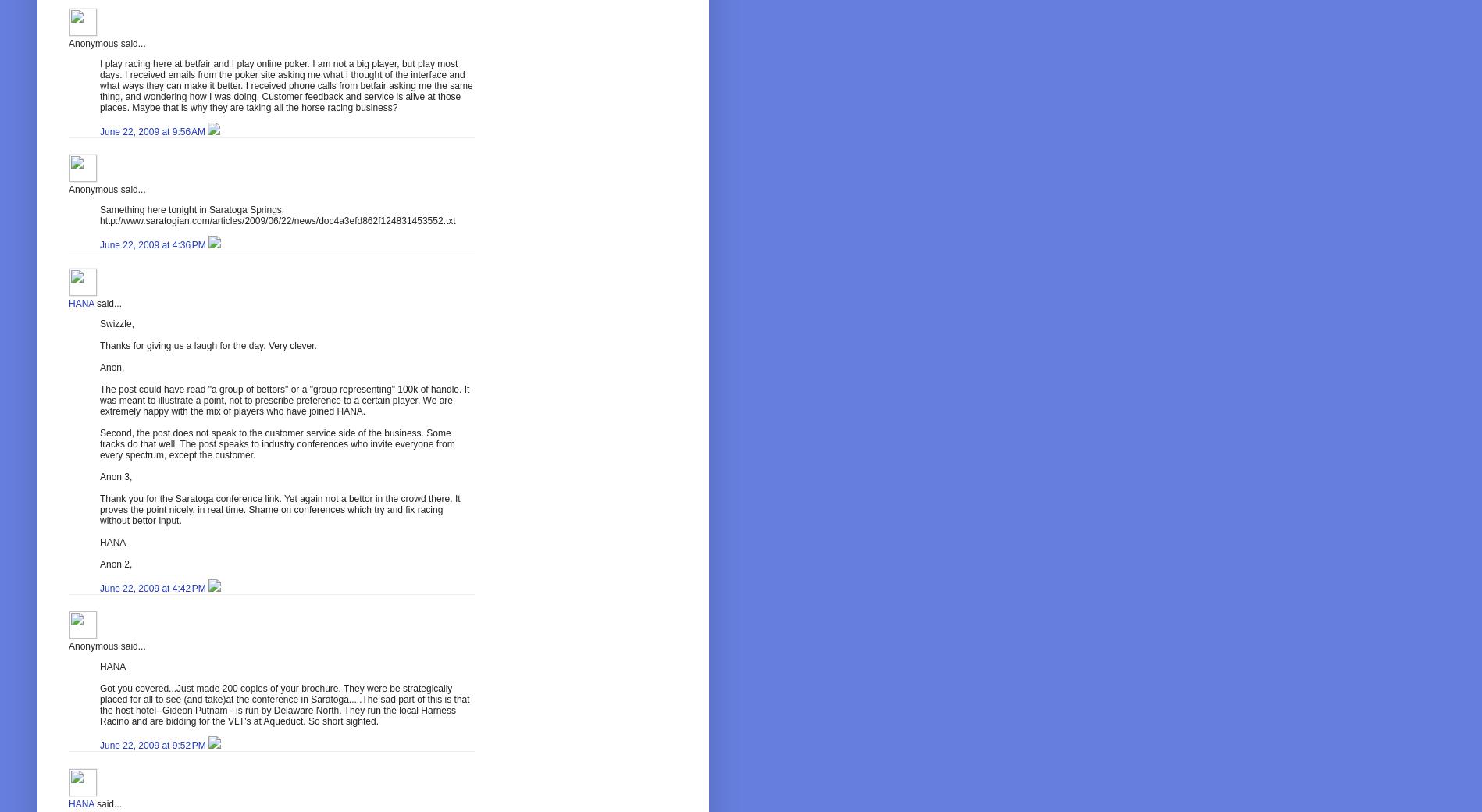 This screenshot has width=1482, height=812. What do you see at coordinates (99, 746) in the screenshot?
I see `'June 22, 2009 at 9:52 PM'` at bounding box center [99, 746].